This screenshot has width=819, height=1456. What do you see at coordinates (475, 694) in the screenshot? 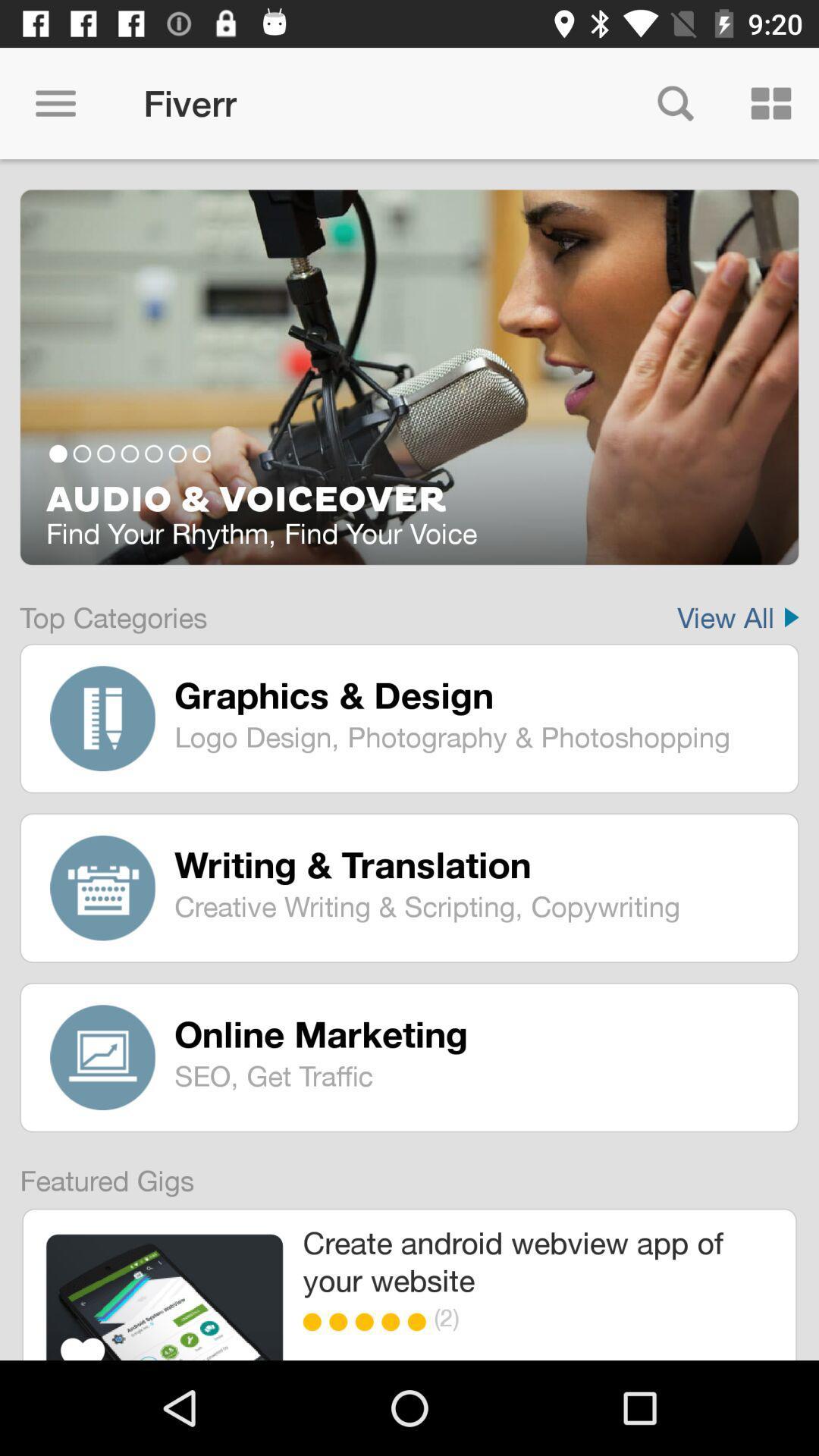
I see `icon above logo design photography item` at bounding box center [475, 694].